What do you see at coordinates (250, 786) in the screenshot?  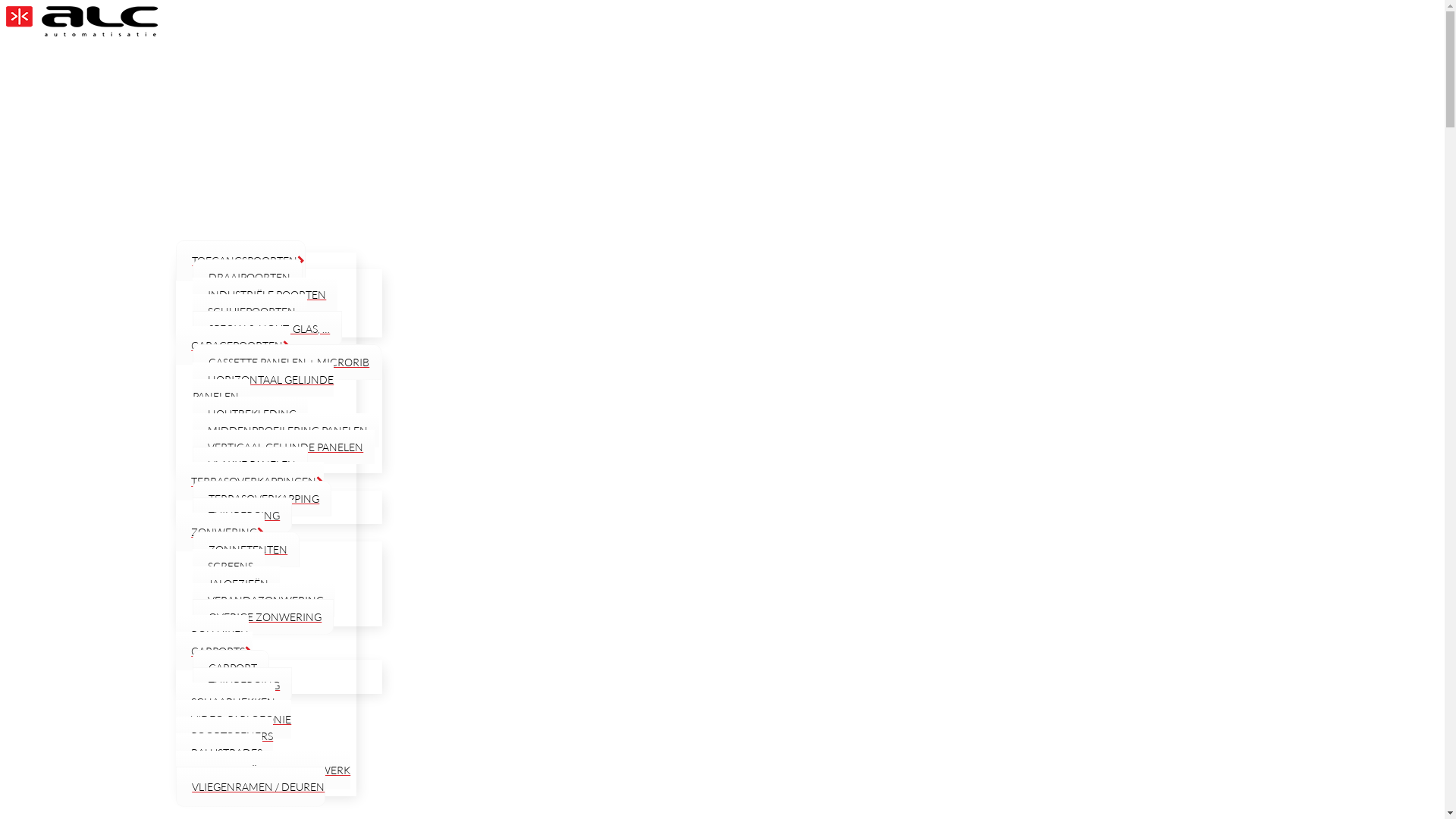 I see `'VLIEGENRAMEN / DEUREN'` at bounding box center [250, 786].